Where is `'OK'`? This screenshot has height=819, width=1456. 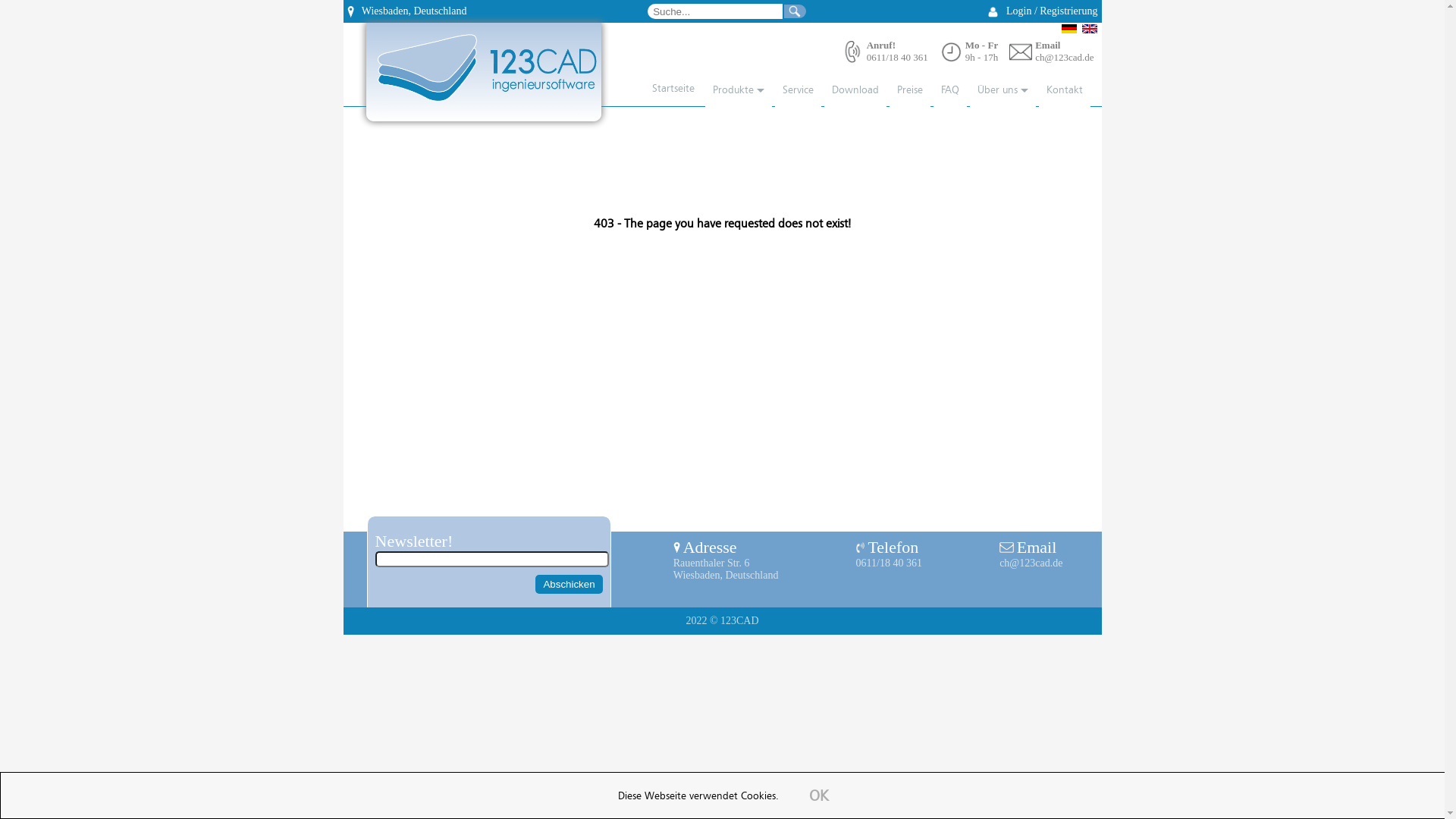 'OK' is located at coordinates (818, 795).